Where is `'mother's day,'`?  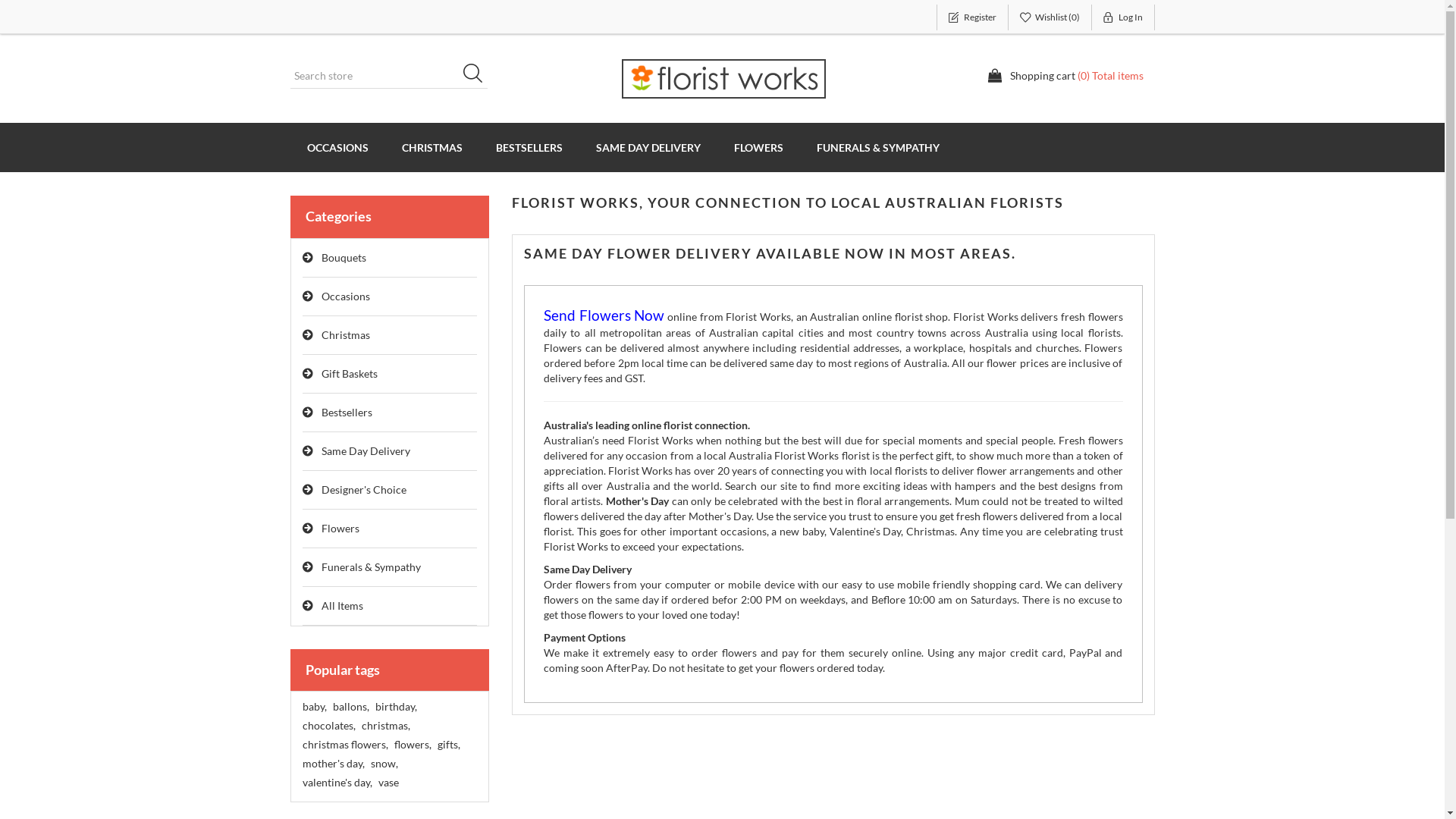
'mother's day,' is located at coordinates (331, 763).